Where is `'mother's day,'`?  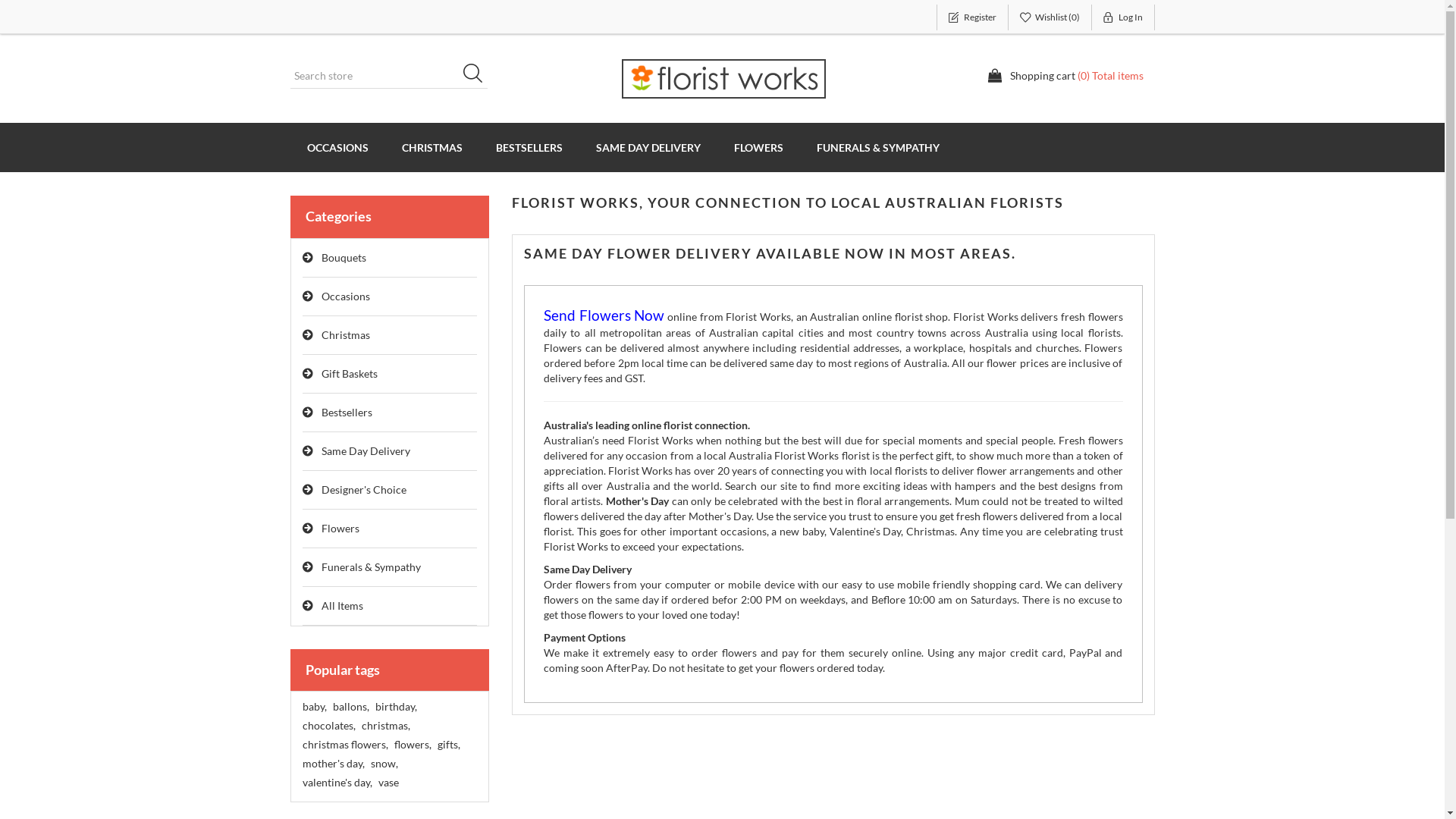
'mother's day,' is located at coordinates (331, 763).